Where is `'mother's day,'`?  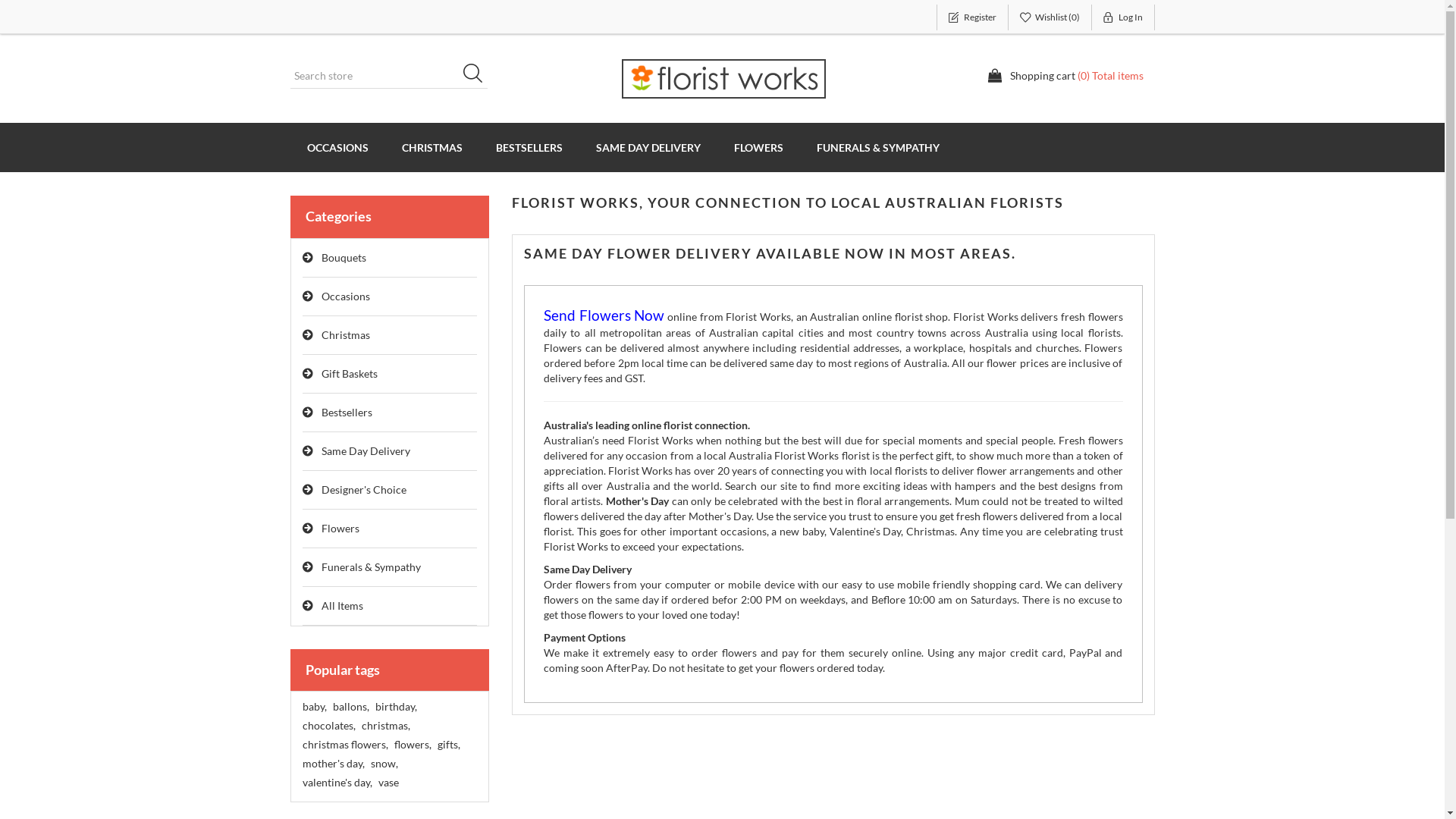
'mother's day,' is located at coordinates (331, 763).